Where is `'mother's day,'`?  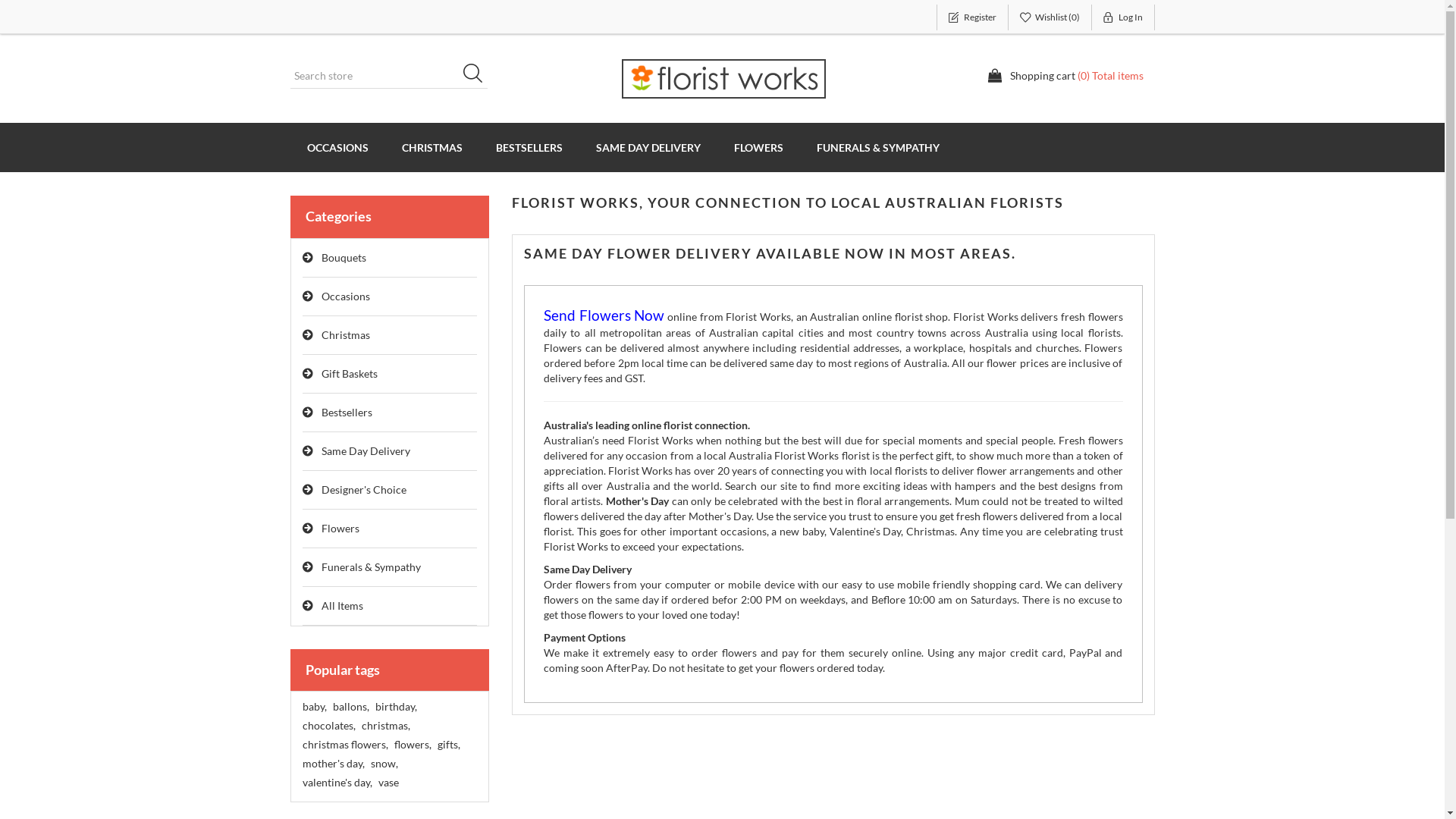
'mother's day,' is located at coordinates (331, 763).